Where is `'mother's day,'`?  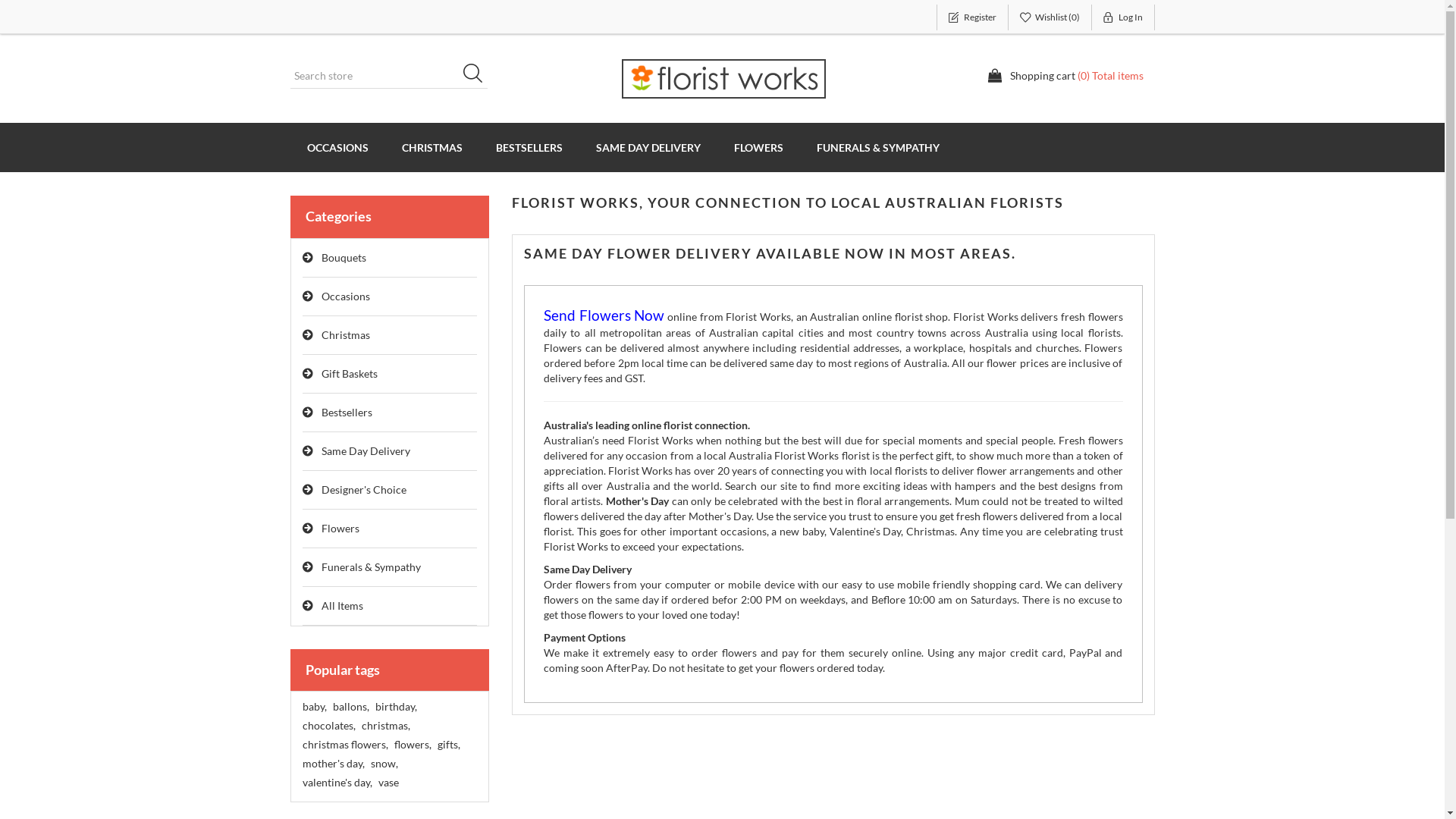
'mother's day,' is located at coordinates (331, 763).